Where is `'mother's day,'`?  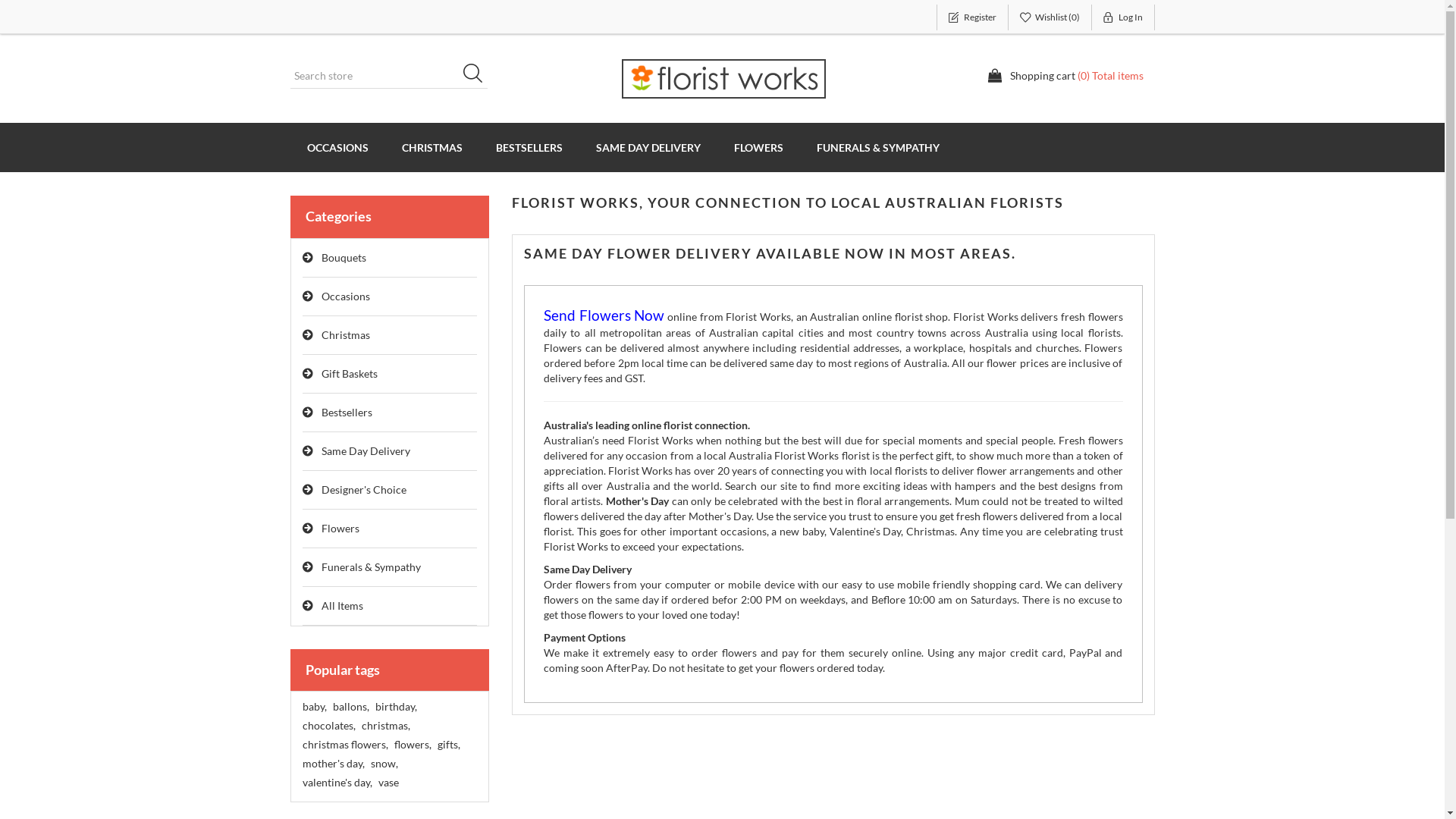
'mother's day,' is located at coordinates (331, 763).